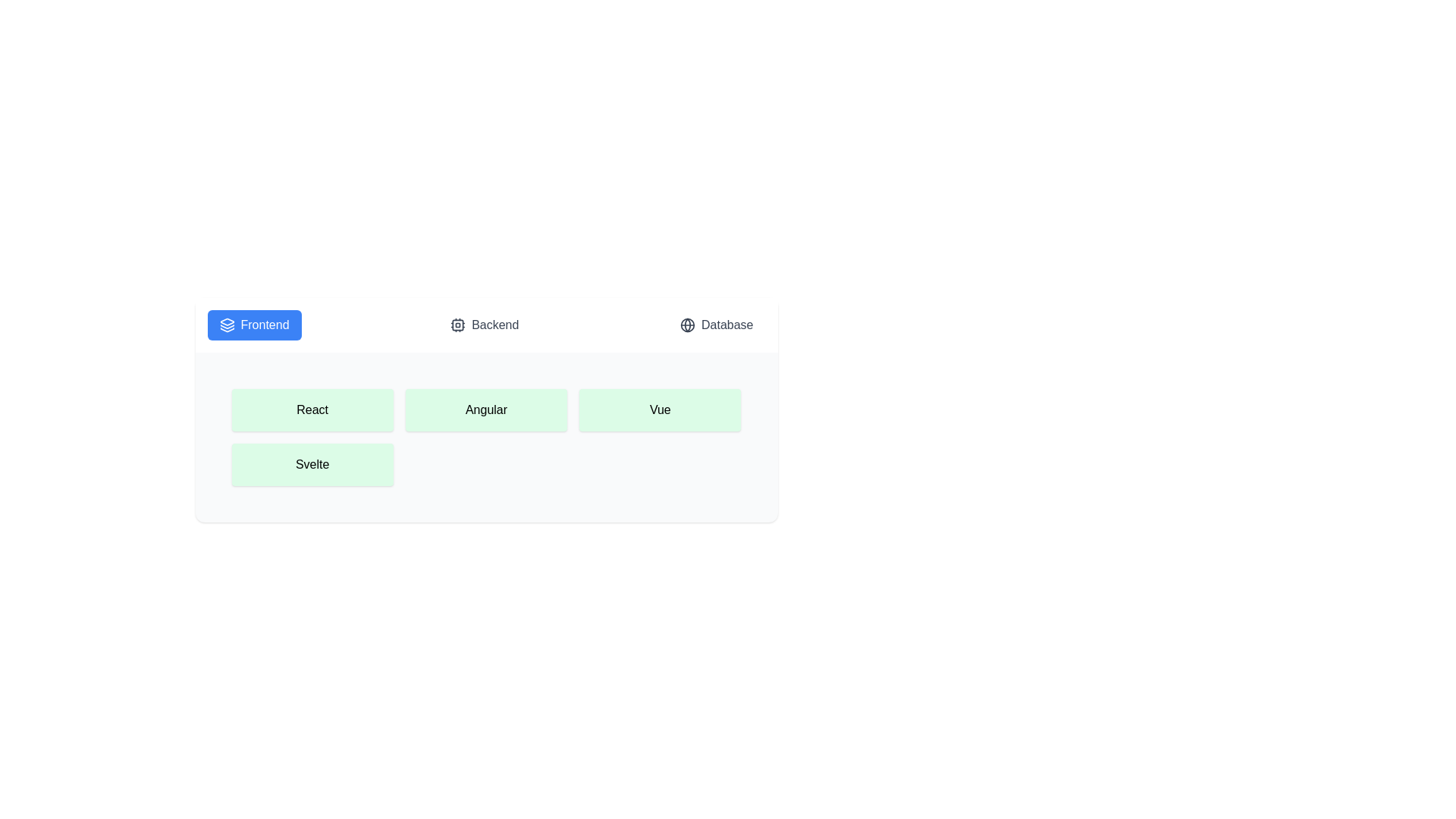 This screenshot has height=819, width=1456. What do you see at coordinates (312, 464) in the screenshot?
I see `the framework Svelte to interact with it` at bounding box center [312, 464].